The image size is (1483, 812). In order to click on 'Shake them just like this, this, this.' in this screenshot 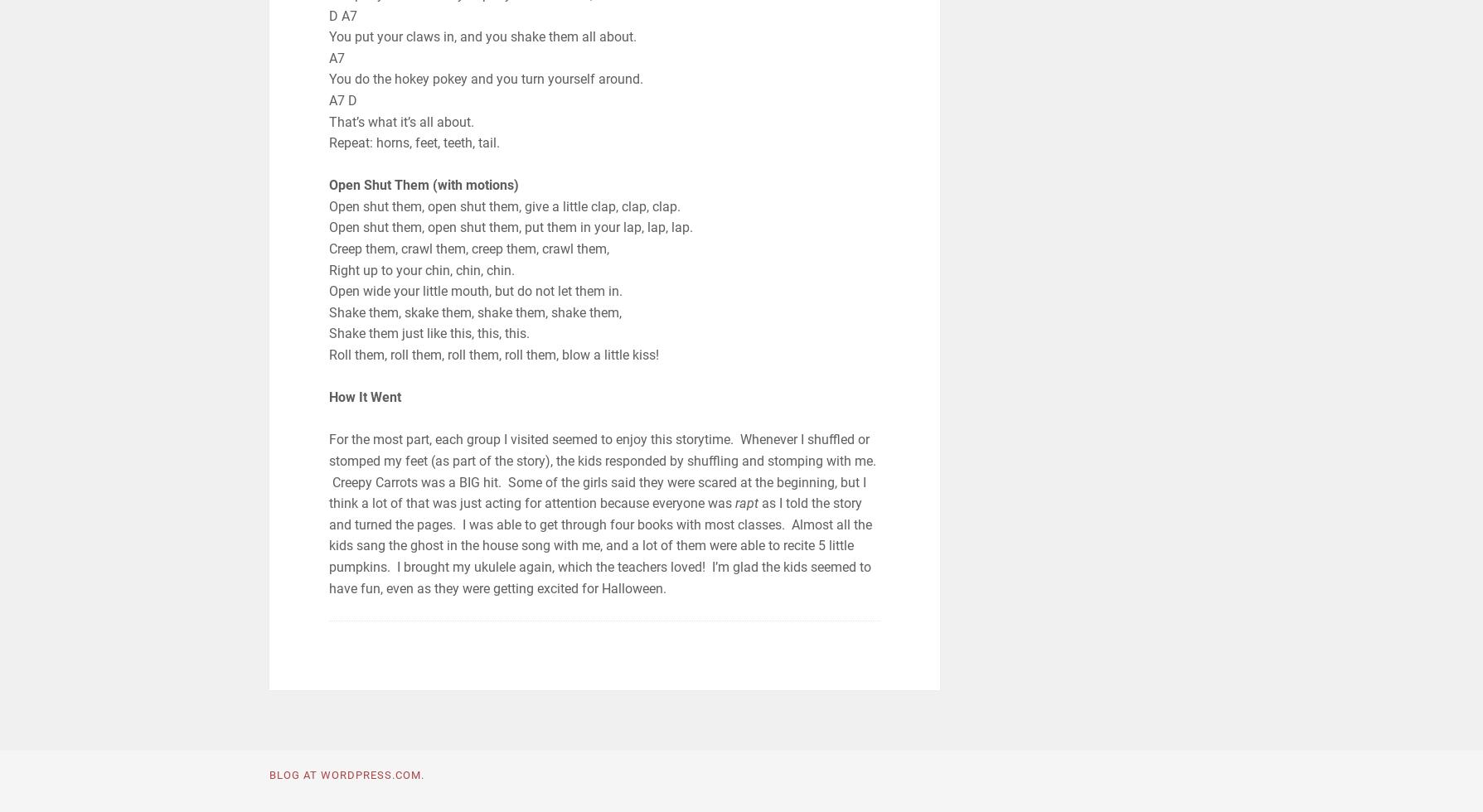, I will do `click(428, 333)`.